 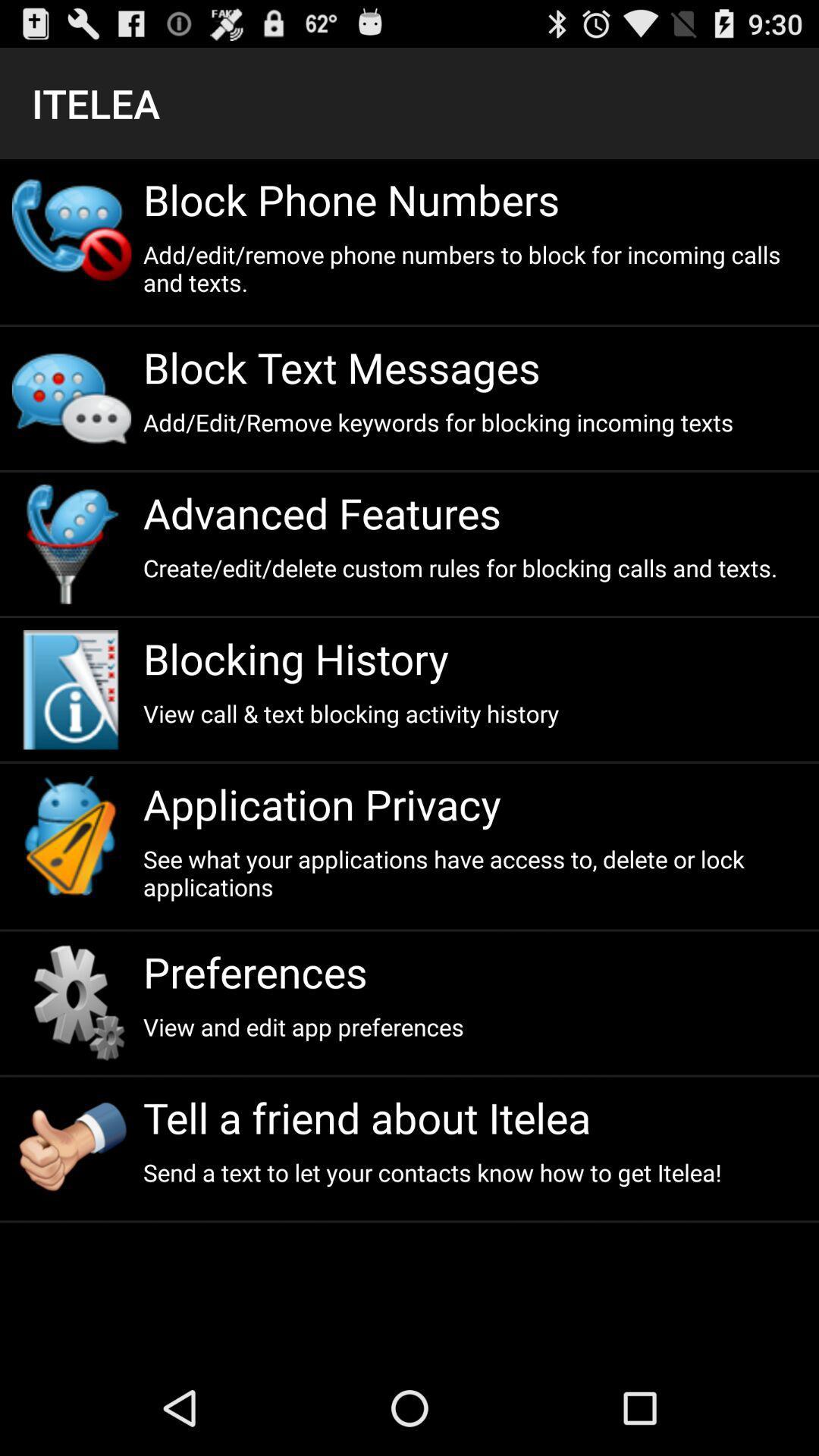 I want to click on the app below add edit remove icon, so click(x=474, y=367).